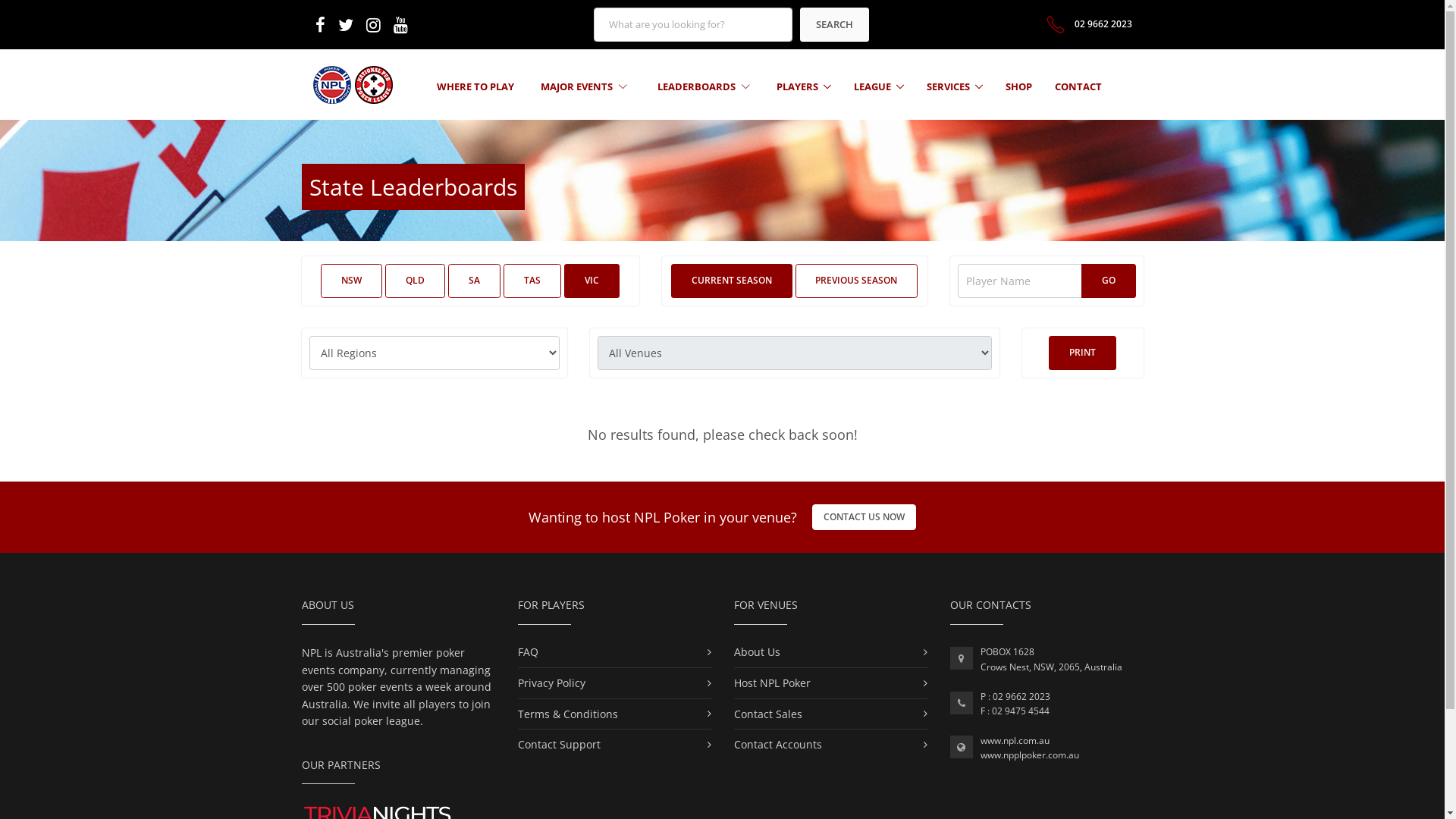 The height and width of the screenshot is (819, 1456). Describe the element at coordinates (1109, 281) in the screenshot. I see `'Go'` at that location.